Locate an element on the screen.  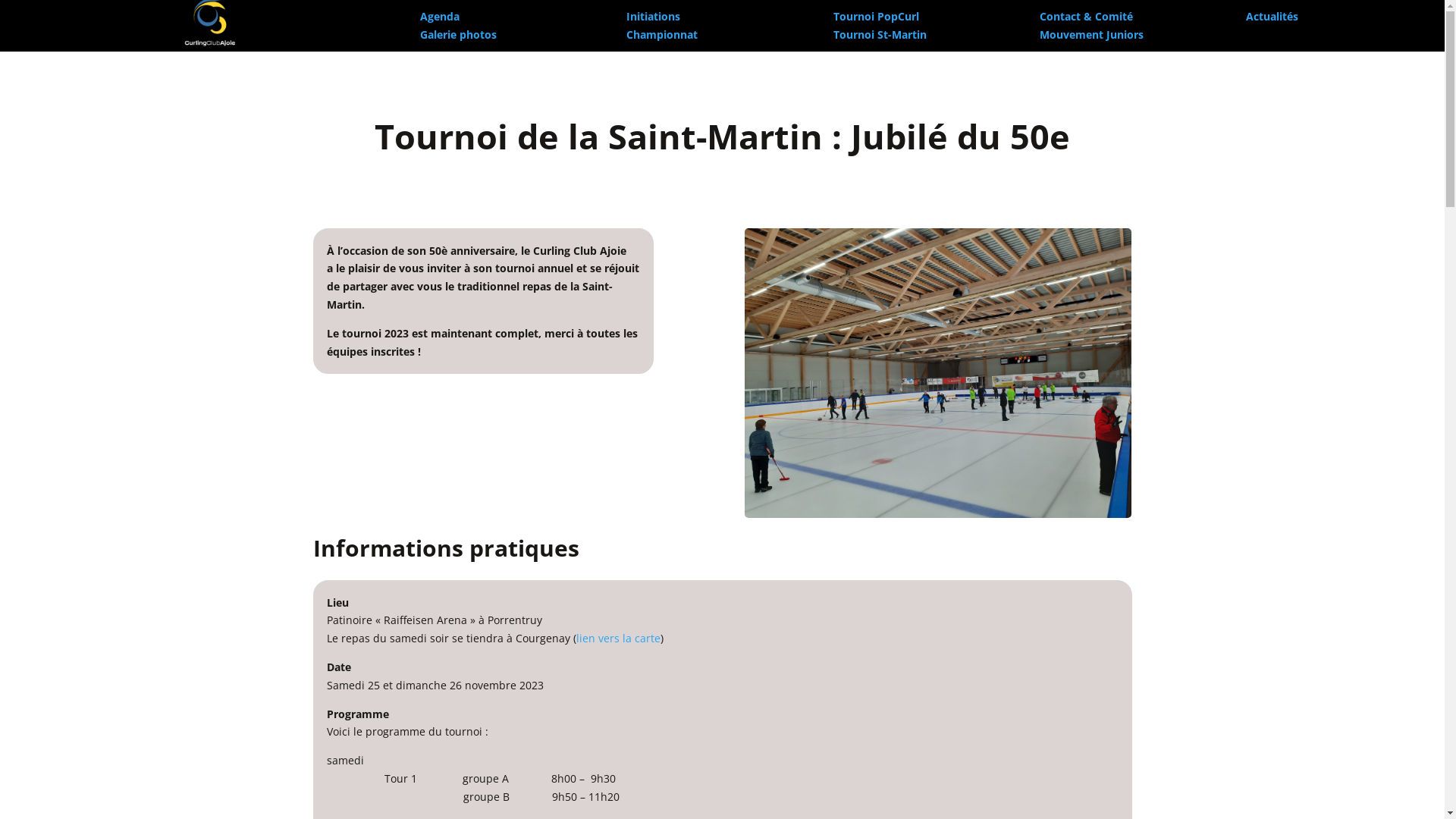
'Championnat' is located at coordinates (662, 34).